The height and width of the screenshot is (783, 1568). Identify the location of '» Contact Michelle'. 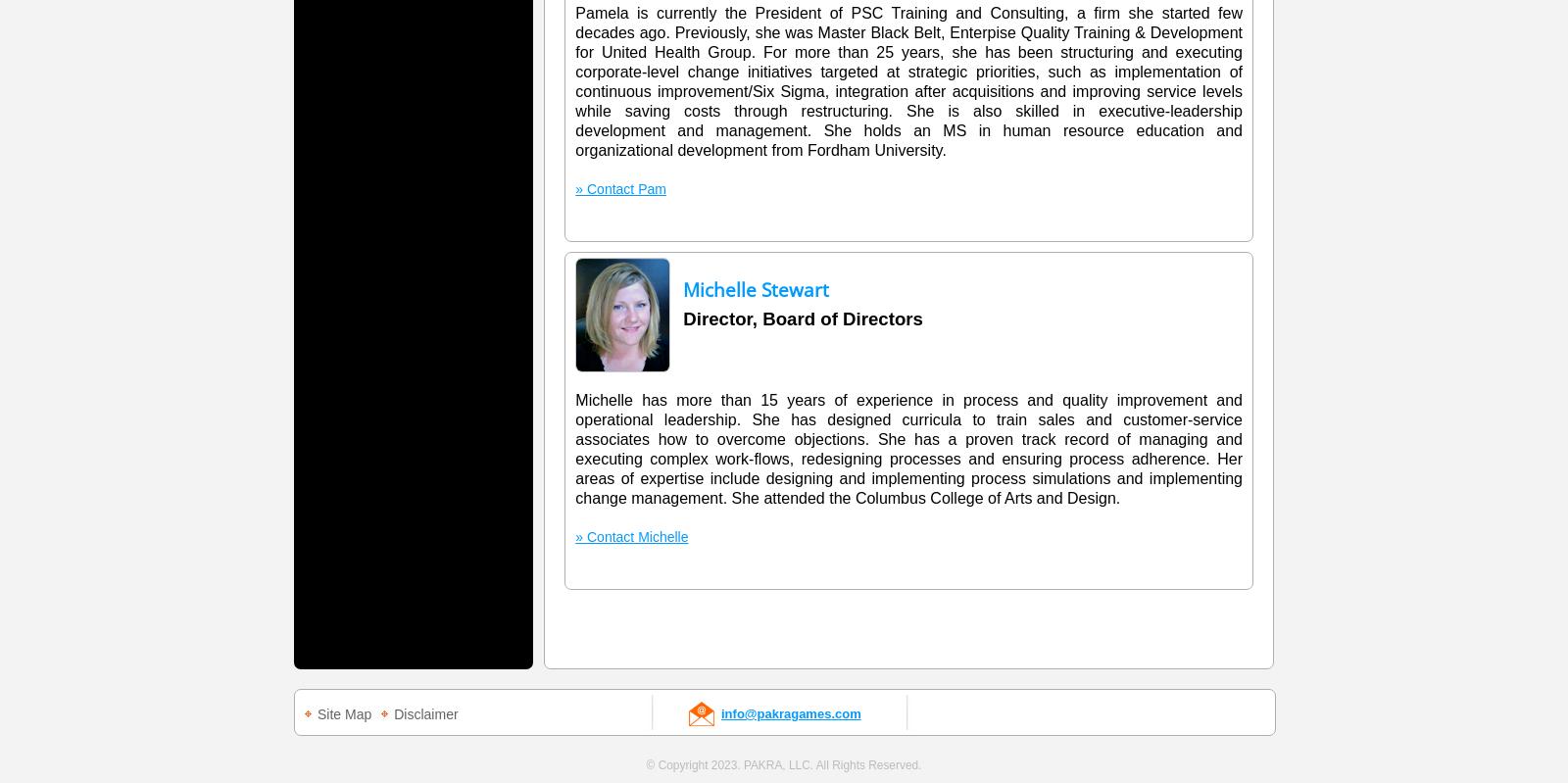
(574, 536).